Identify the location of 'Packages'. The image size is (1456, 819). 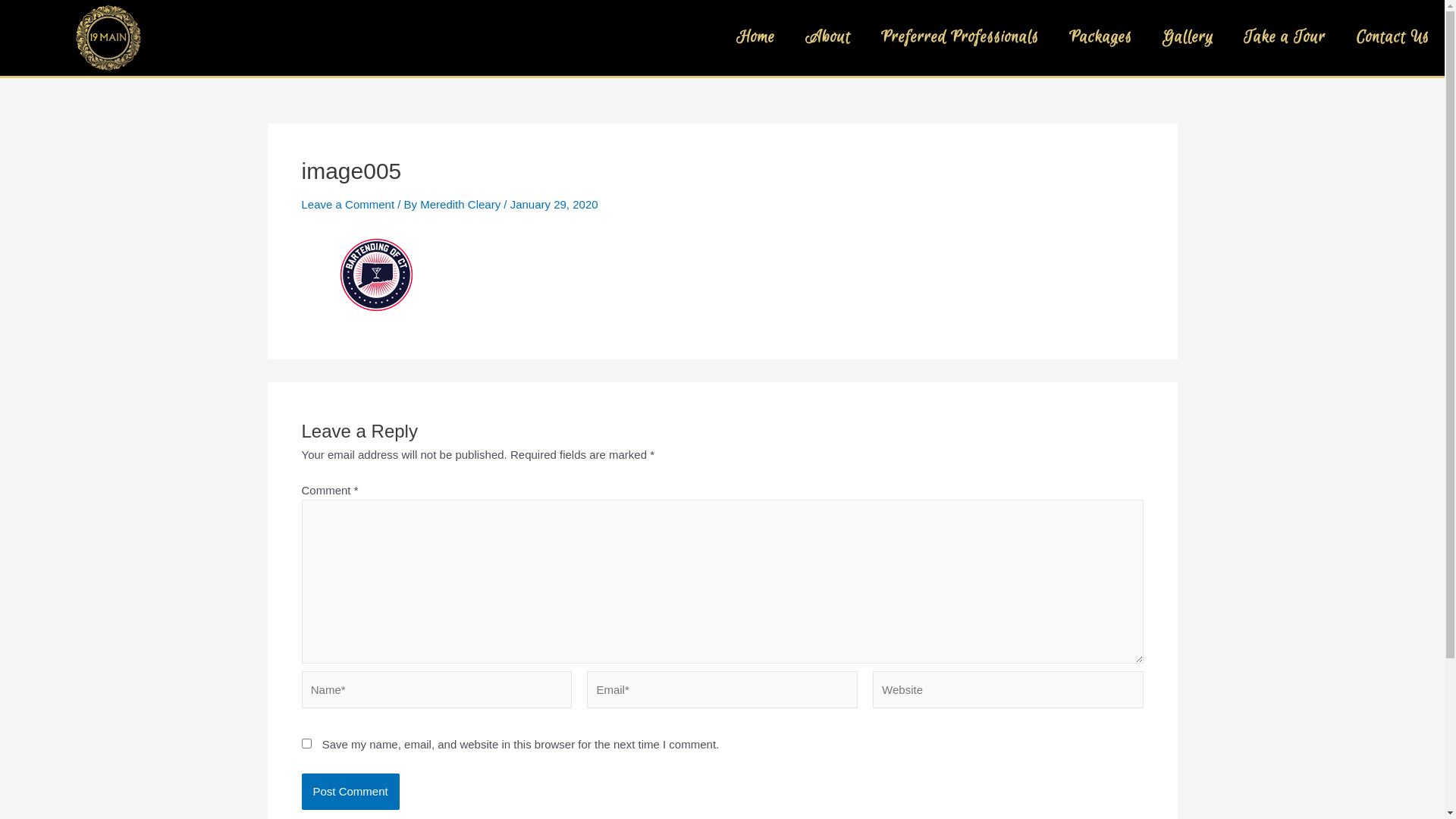
(1100, 37).